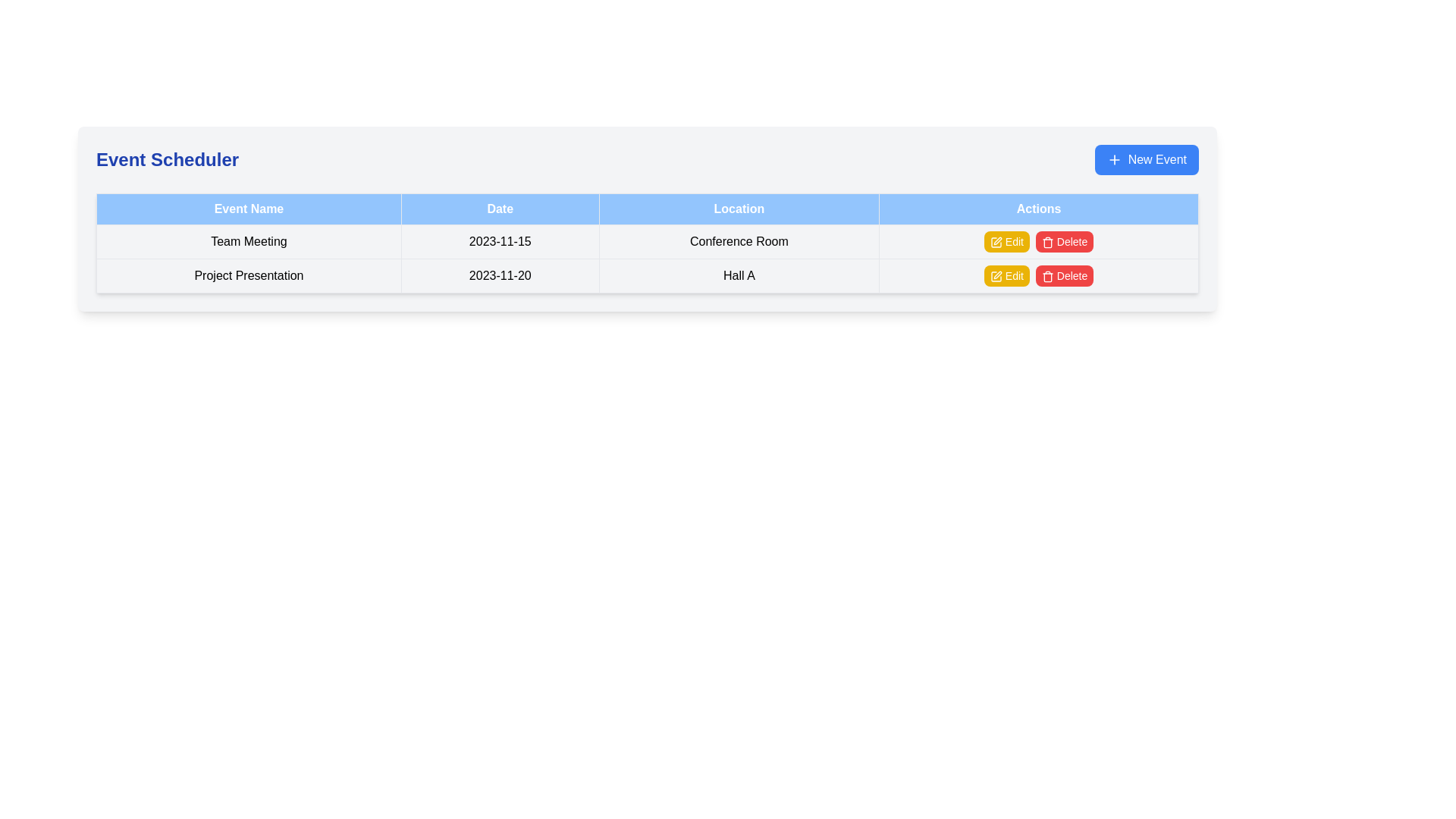  I want to click on the central bin-body component of the trash bin icon within the 'Delete' button in the 'Actions' column of the second table row for the event 'Project Presentation', so click(1047, 278).